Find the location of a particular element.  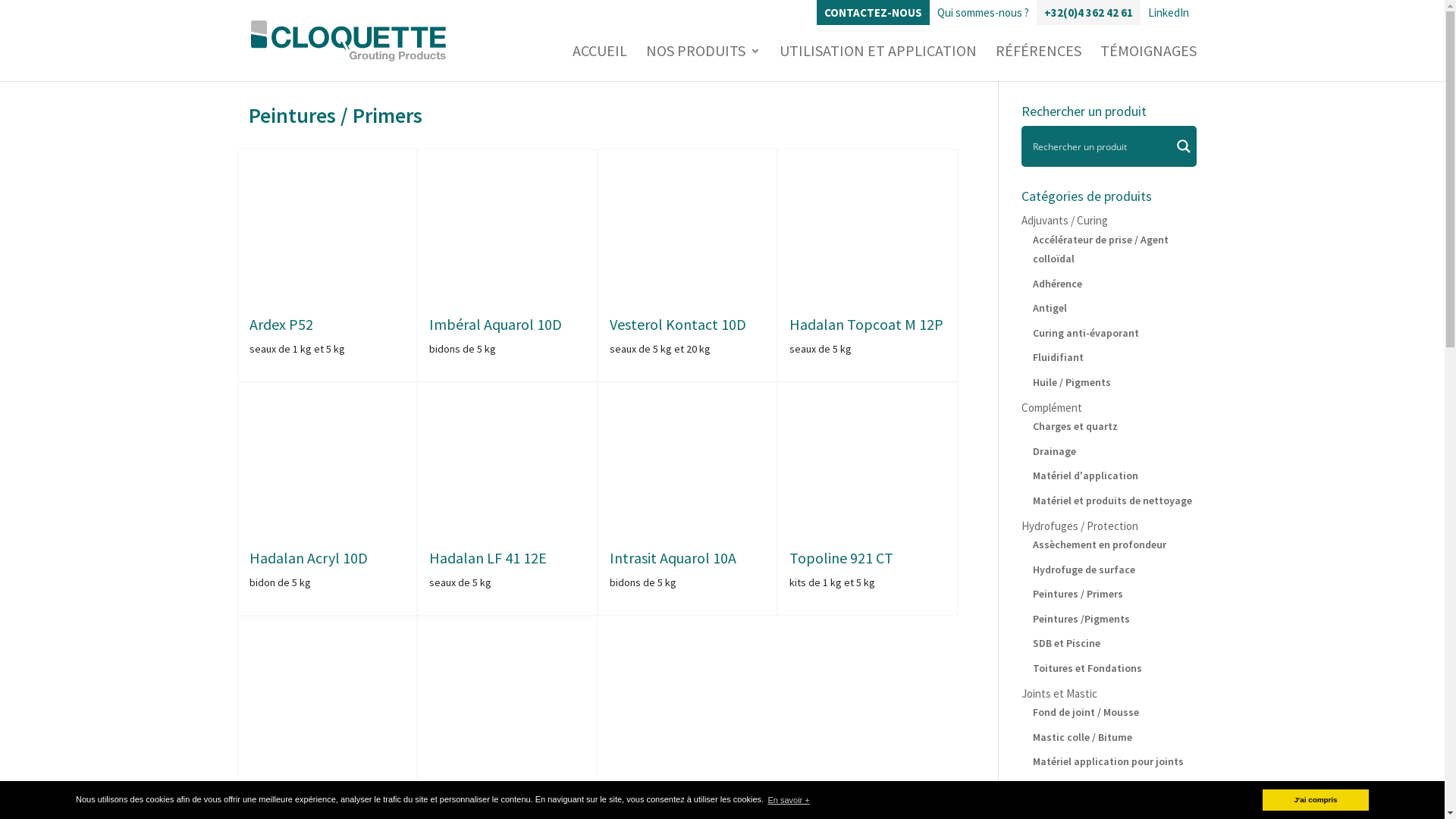

'LinkedIn' is located at coordinates (1167, 12).